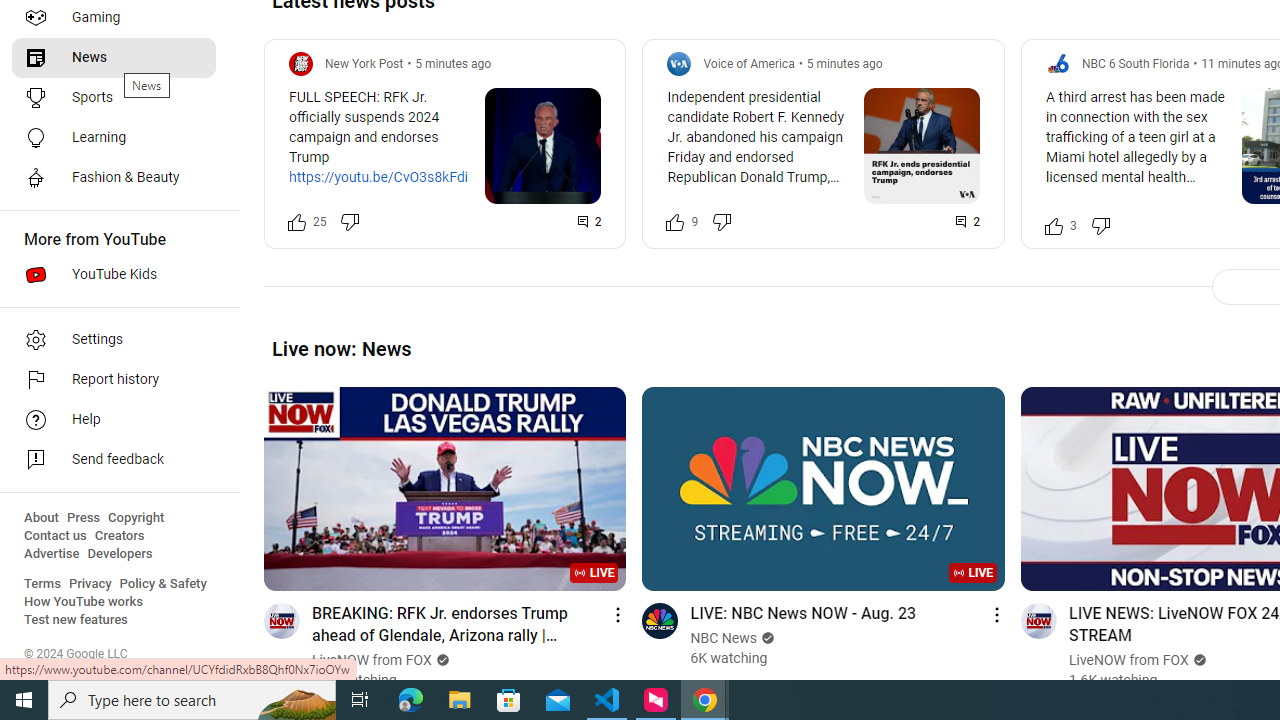 The width and height of the screenshot is (1280, 720). What do you see at coordinates (1052, 225) in the screenshot?
I see `'Like this post along with 3 other people'` at bounding box center [1052, 225].